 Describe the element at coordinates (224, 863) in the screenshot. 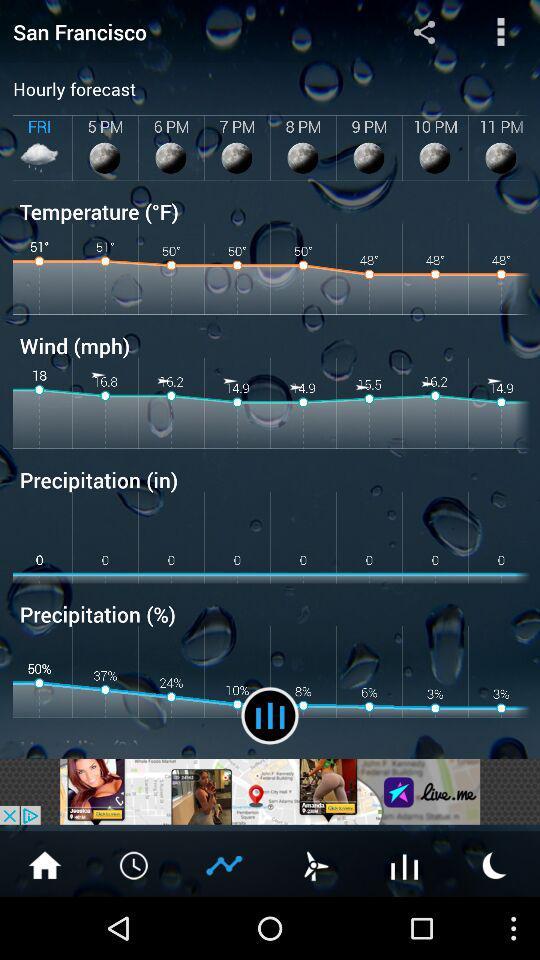

I see `see trends` at that location.